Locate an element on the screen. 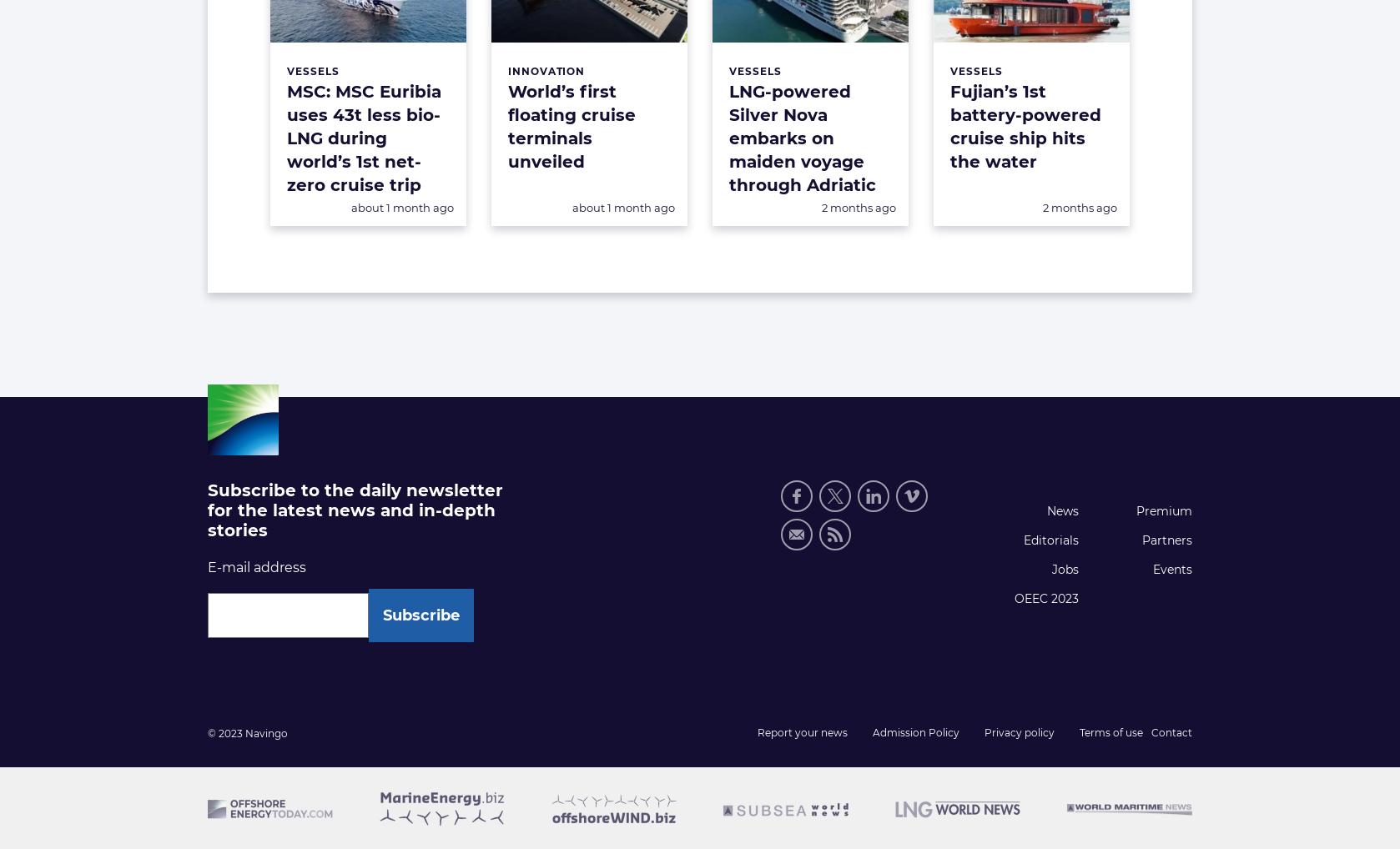  'LNG-powered Silver Nova embarks on maiden voyage through Adriatic' is located at coordinates (729, 138).